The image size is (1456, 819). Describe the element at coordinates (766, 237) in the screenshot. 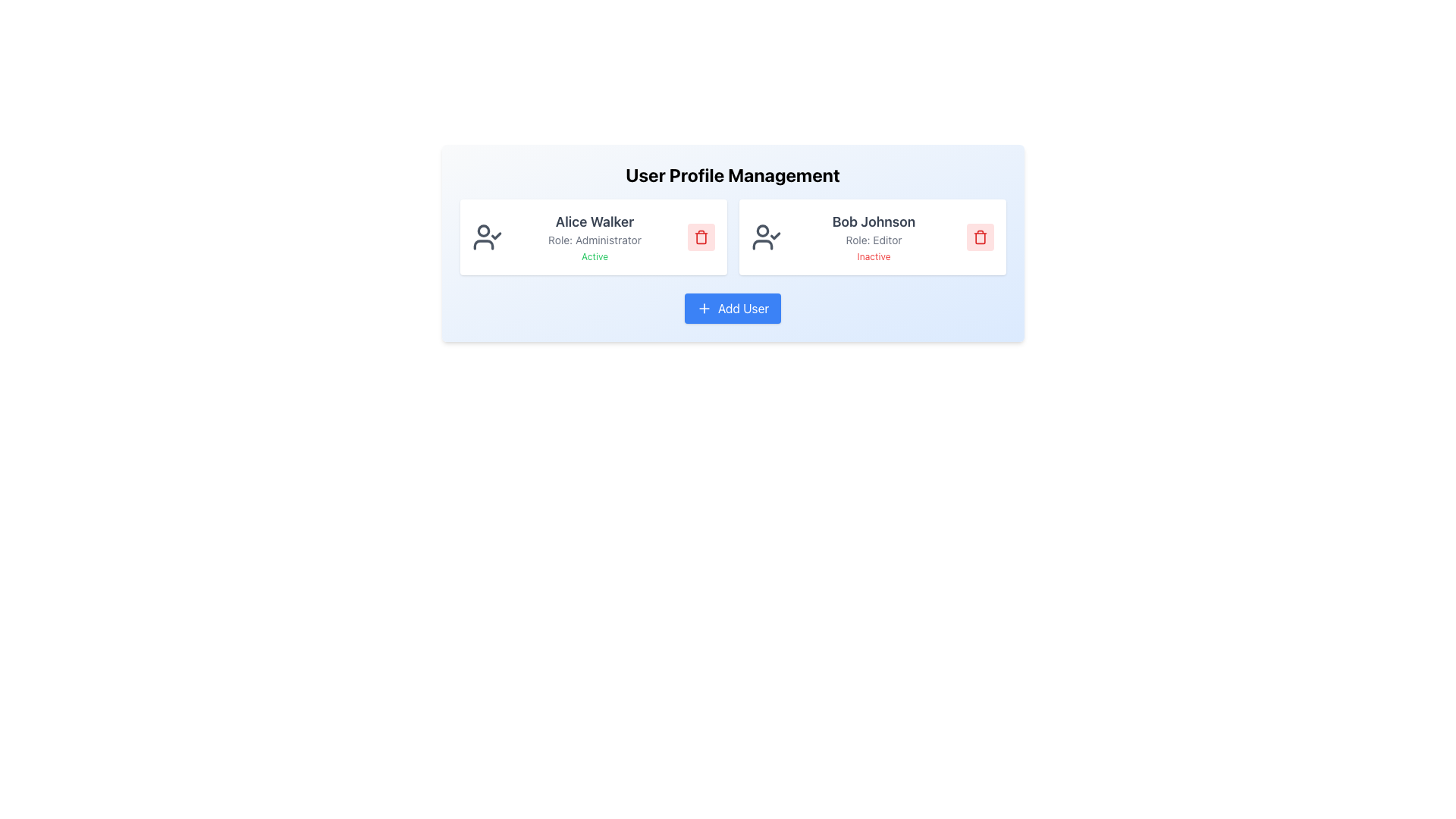

I see `the user verification icon located to the left of the text 'Bob Johnson Role: Editor Inactive', positioned above the 'Add User' button` at that location.